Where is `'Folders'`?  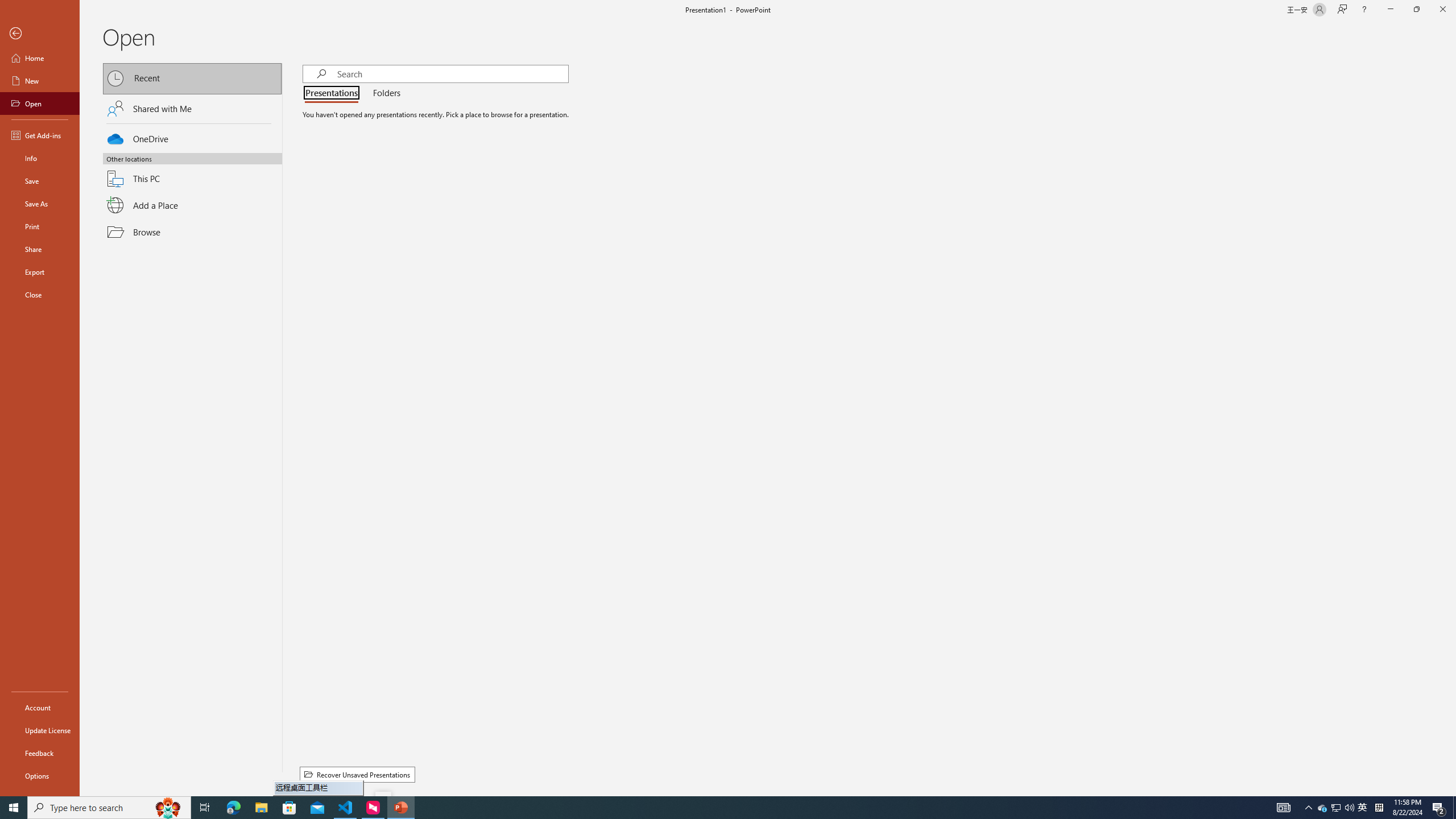
'Folders' is located at coordinates (383, 93).